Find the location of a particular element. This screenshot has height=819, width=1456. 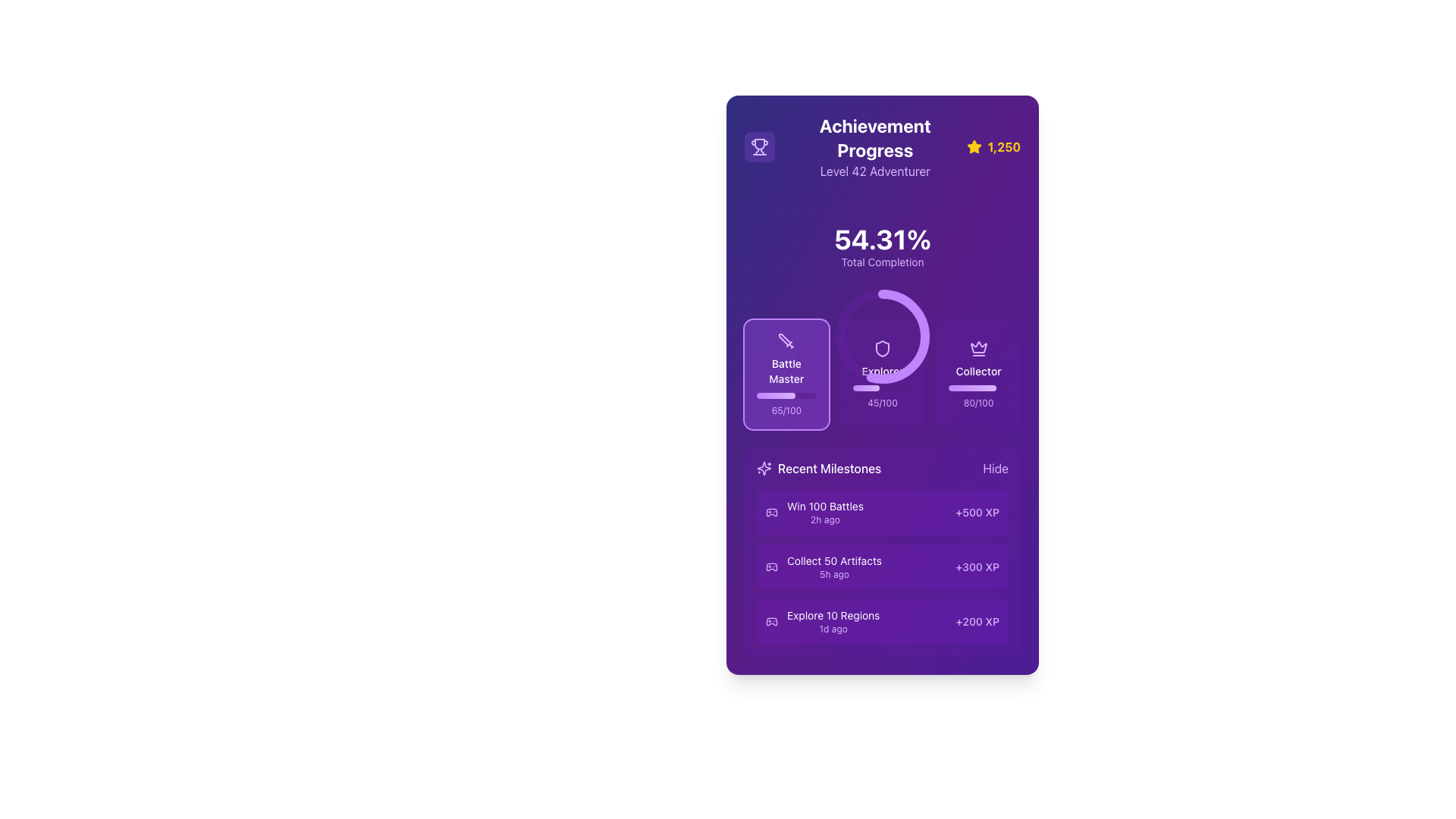

the text label displaying '+500 XP' in the 'Recent Milestones' section, which is aligned to the right of the milestone entry for 'Win 100 Battles' is located at coordinates (977, 512).